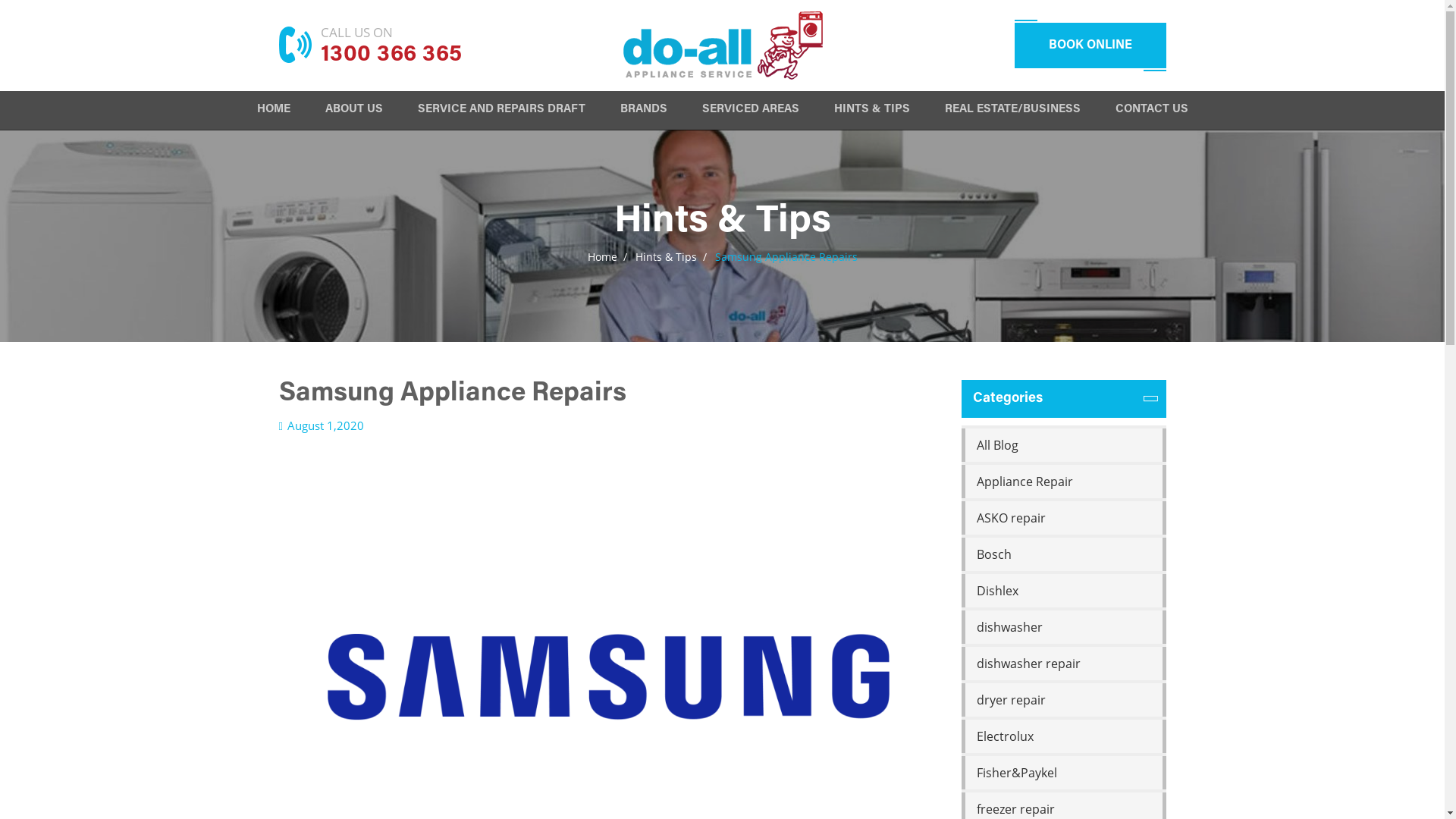 This screenshot has width=1456, height=819. I want to click on 'Fisher&Paykel', so click(1062, 772).